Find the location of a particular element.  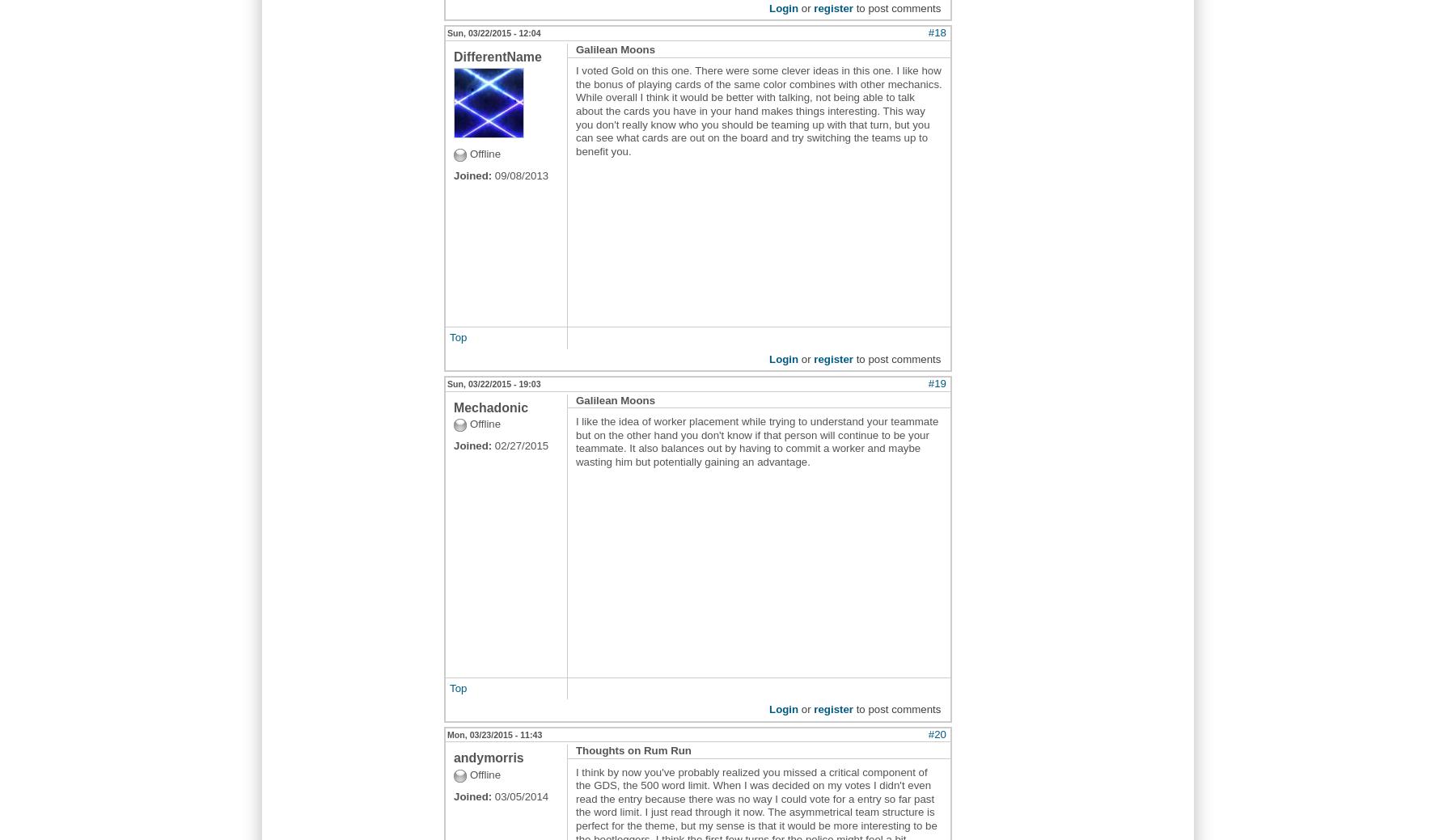

'#20' is located at coordinates (936, 733).